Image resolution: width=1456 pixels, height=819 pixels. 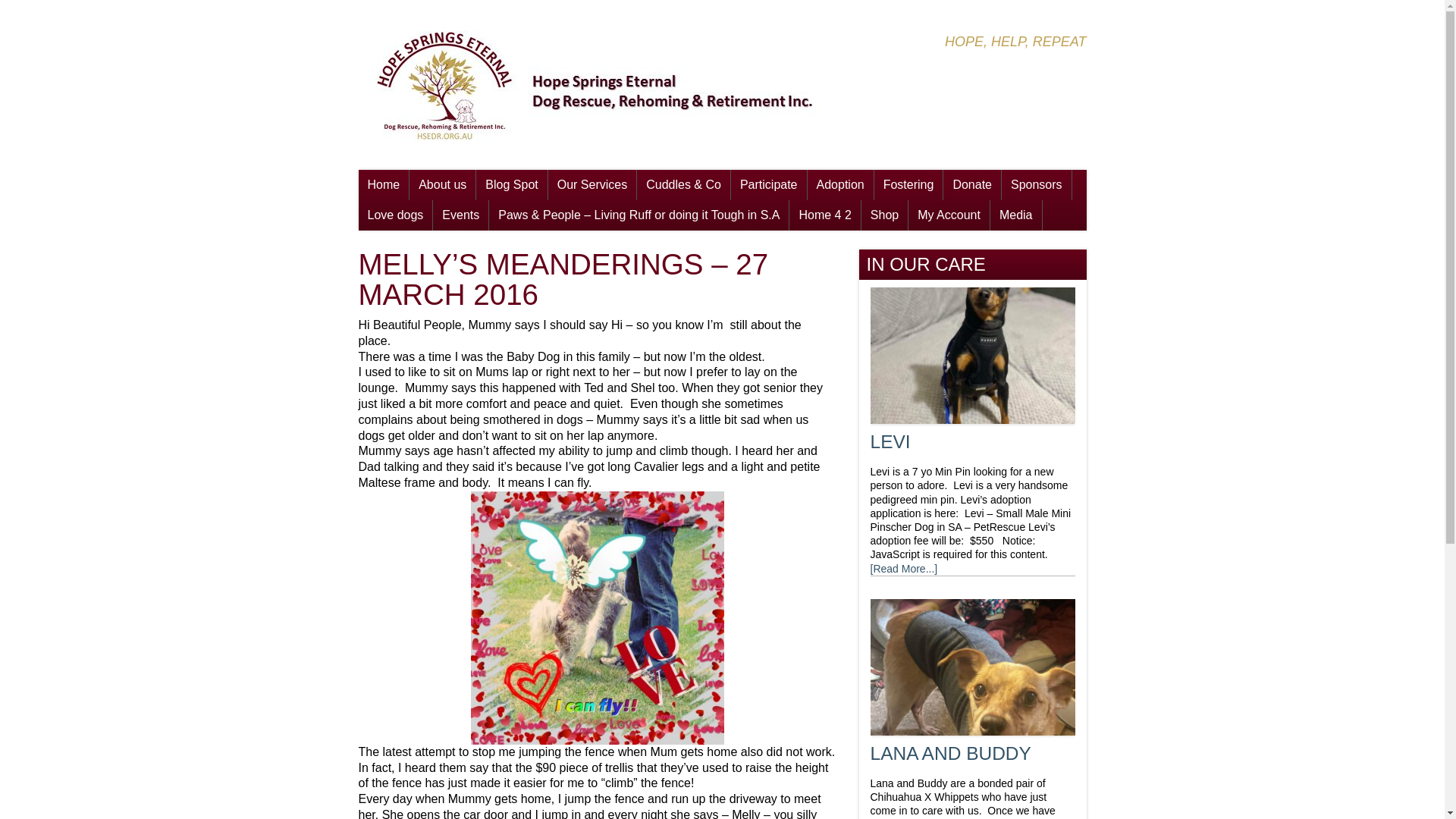 I want to click on 'Sponsors', so click(x=1036, y=184).